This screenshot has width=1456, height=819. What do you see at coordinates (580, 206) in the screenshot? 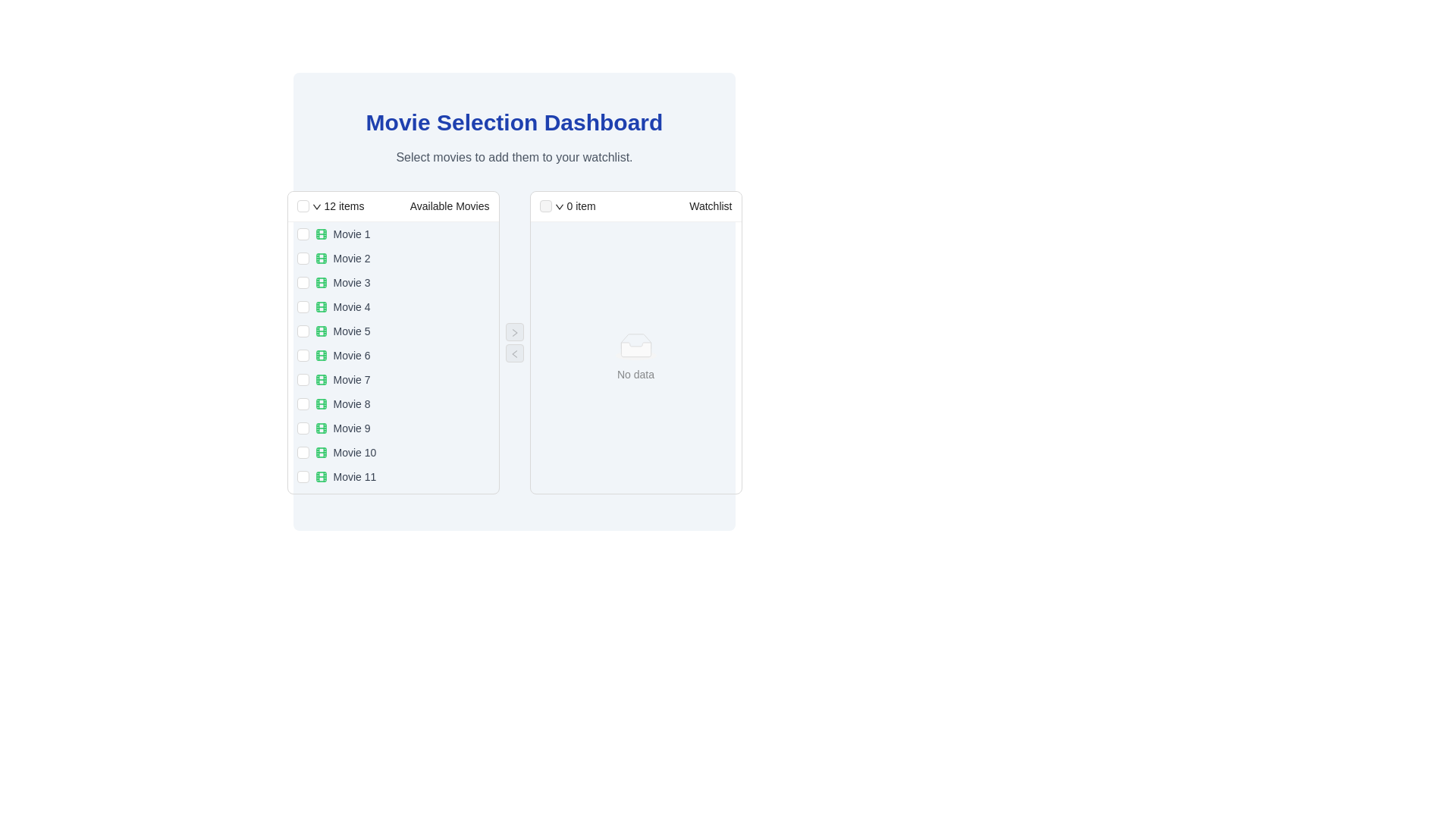
I see `the Text label indicating the count of items, which currently displays '0', located in the top-left of the 'Watchlist' section header` at bounding box center [580, 206].